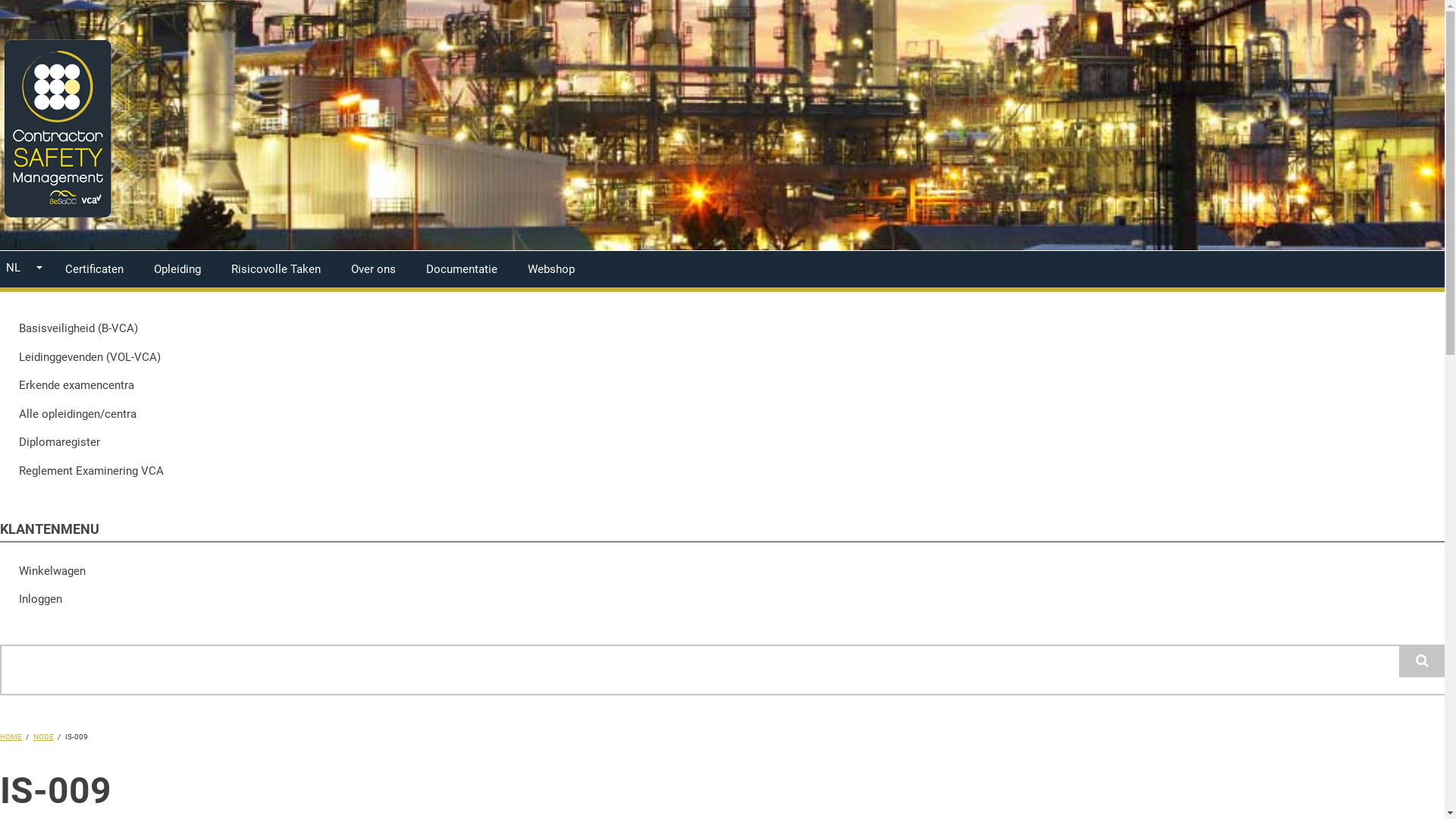 Image resolution: width=1456 pixels, height=819 pixels. What do you see at coordinates (461, 268) in the screenshot?
I see `'Documentatie'` at bounding box center [461, 268].